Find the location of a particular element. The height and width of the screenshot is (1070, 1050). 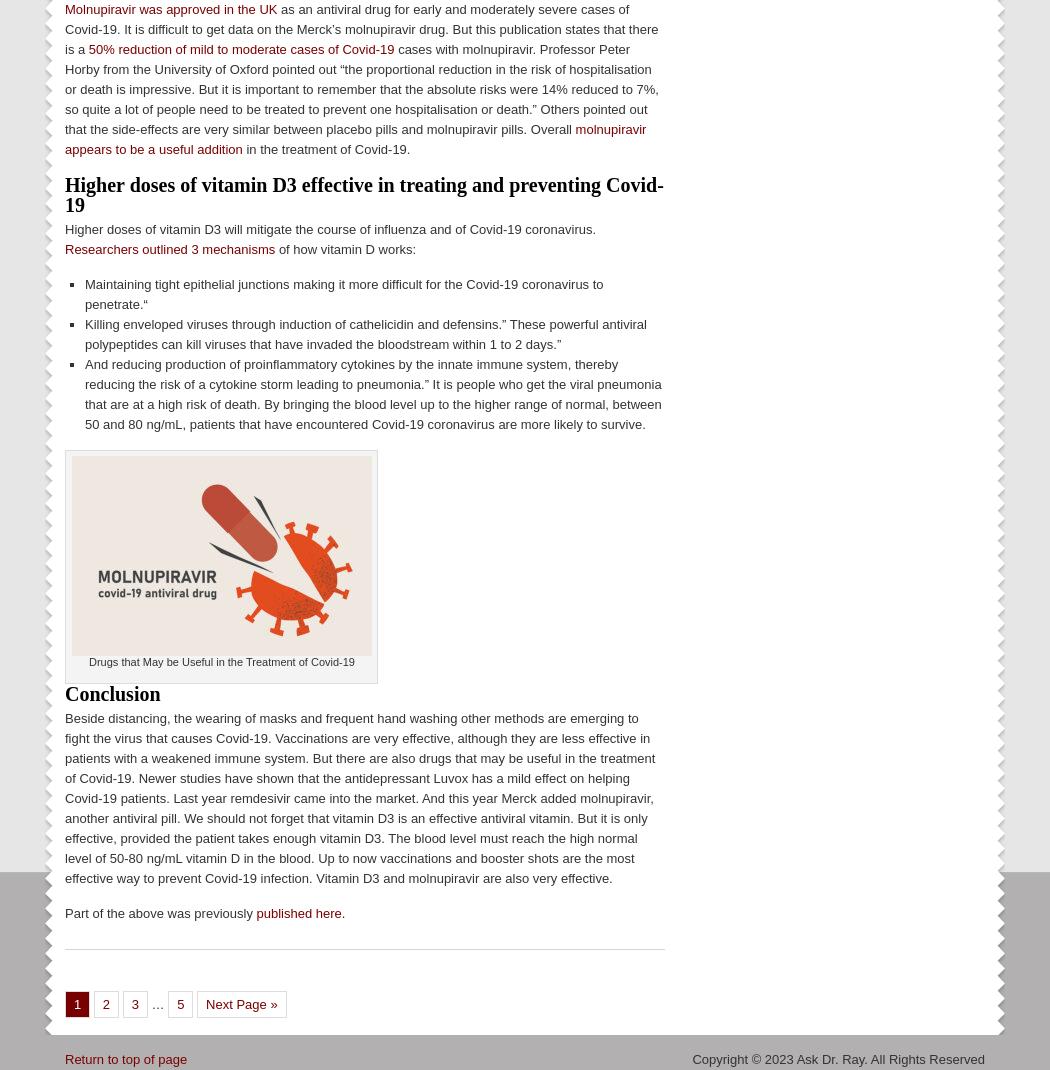

'50% reduction of mild to moderate cases of Covid-19' is located at coordinates (240, 47).